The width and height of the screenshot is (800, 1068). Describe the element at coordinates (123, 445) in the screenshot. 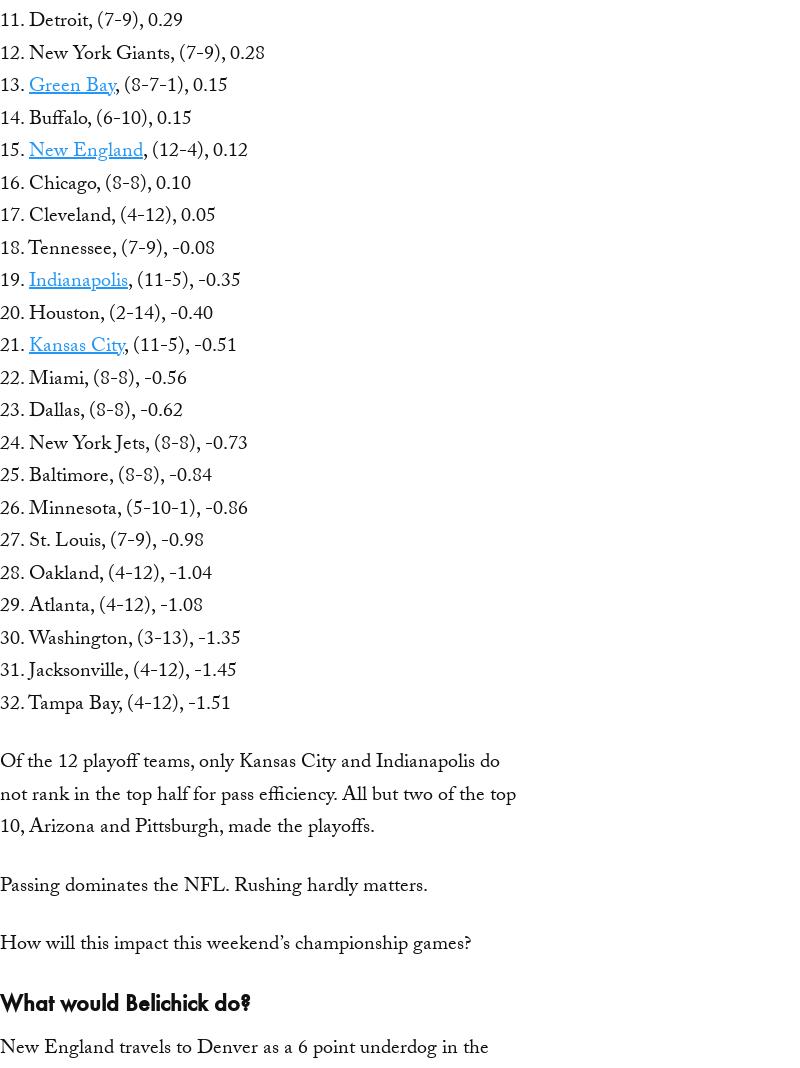

I see `'24. New York Jets, (8-8), -0.73'` at that location.